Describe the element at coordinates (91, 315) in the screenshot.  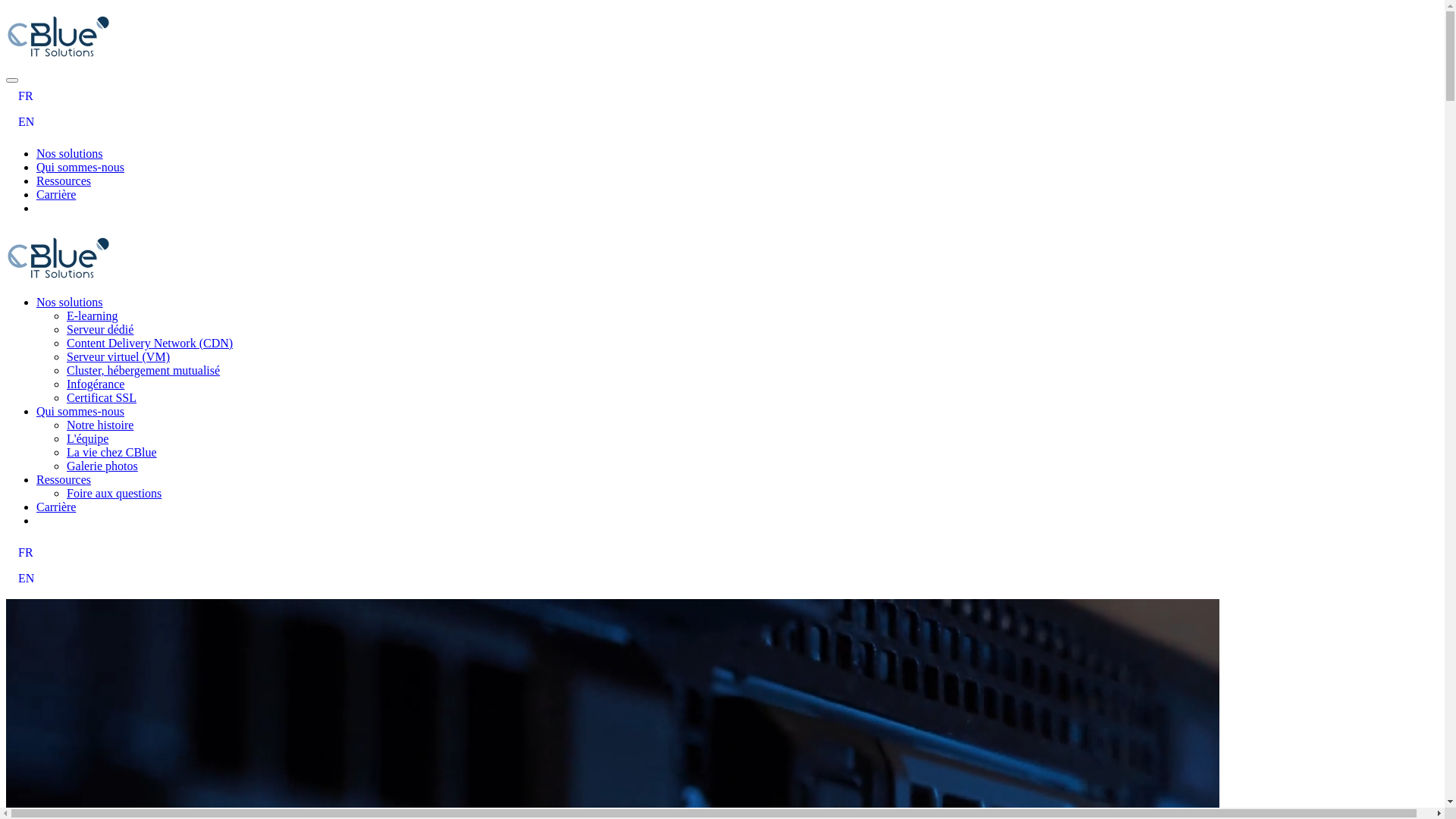
I see `'E-learning'` at that location.